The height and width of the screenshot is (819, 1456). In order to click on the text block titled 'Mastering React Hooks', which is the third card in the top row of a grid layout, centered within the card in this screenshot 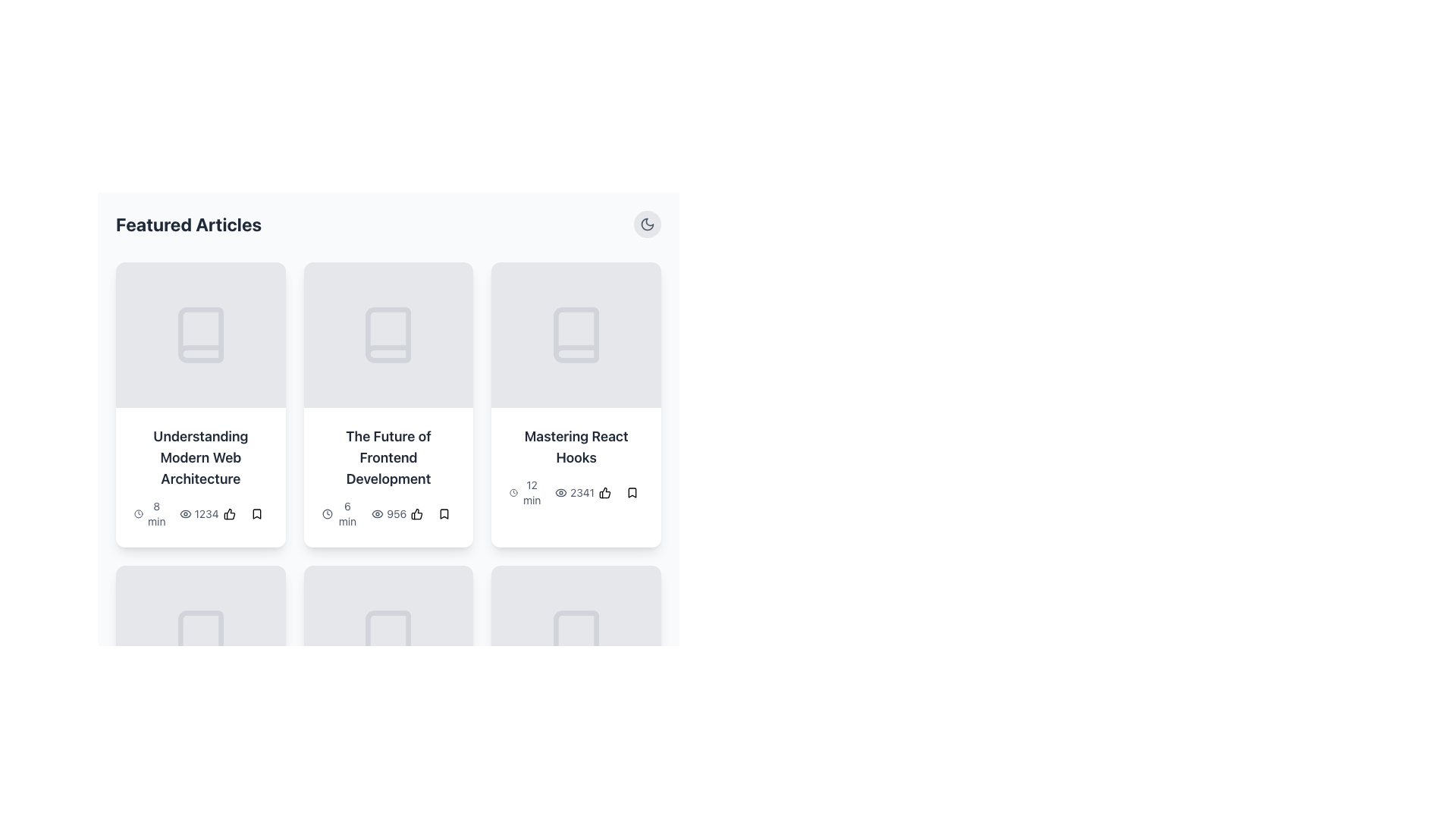, I will do `click(576, 466)`.